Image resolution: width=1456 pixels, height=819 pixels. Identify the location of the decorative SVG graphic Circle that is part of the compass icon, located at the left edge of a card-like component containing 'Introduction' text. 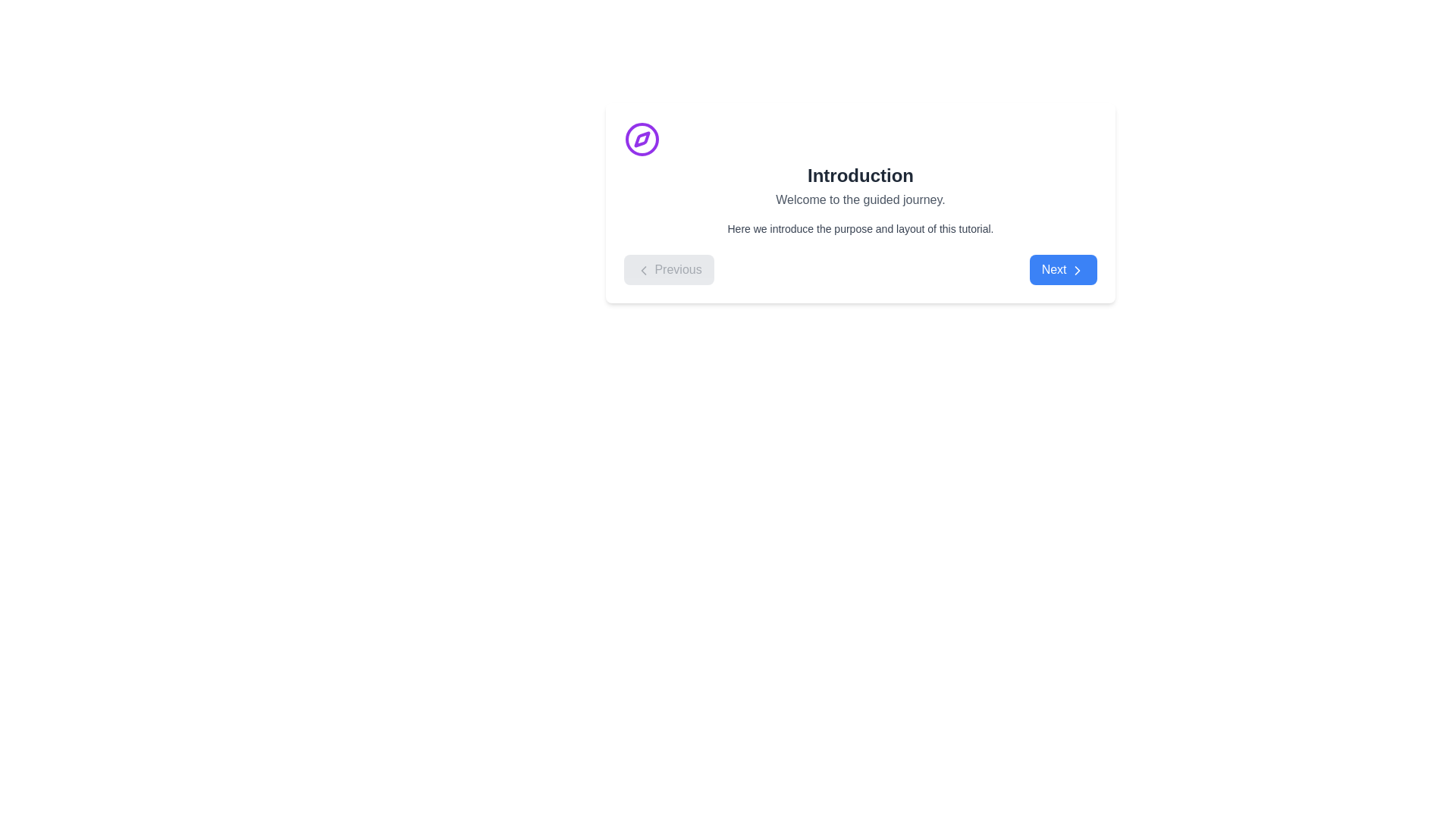
(642, 140).